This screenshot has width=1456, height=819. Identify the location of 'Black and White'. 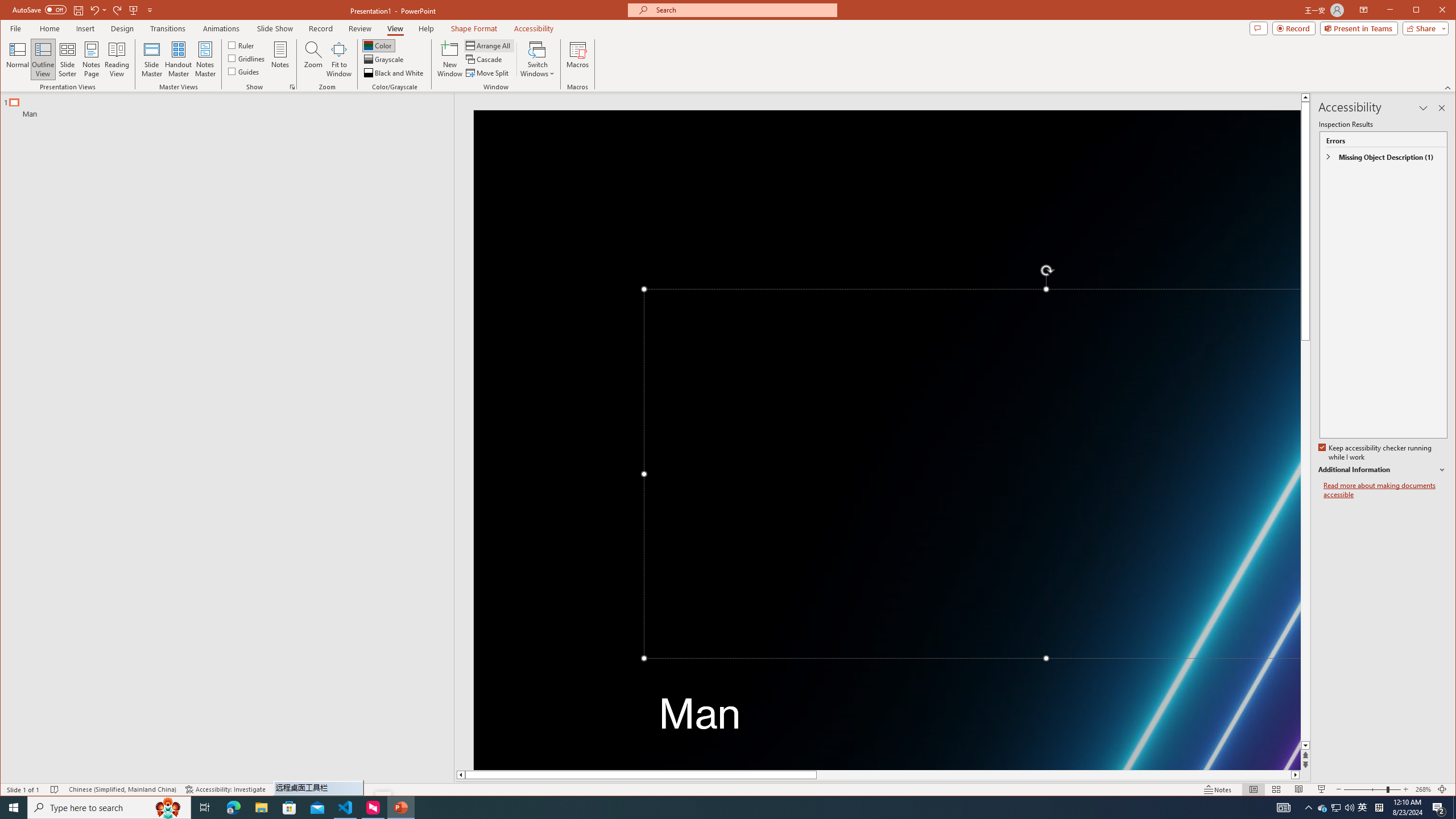
(394, 72).